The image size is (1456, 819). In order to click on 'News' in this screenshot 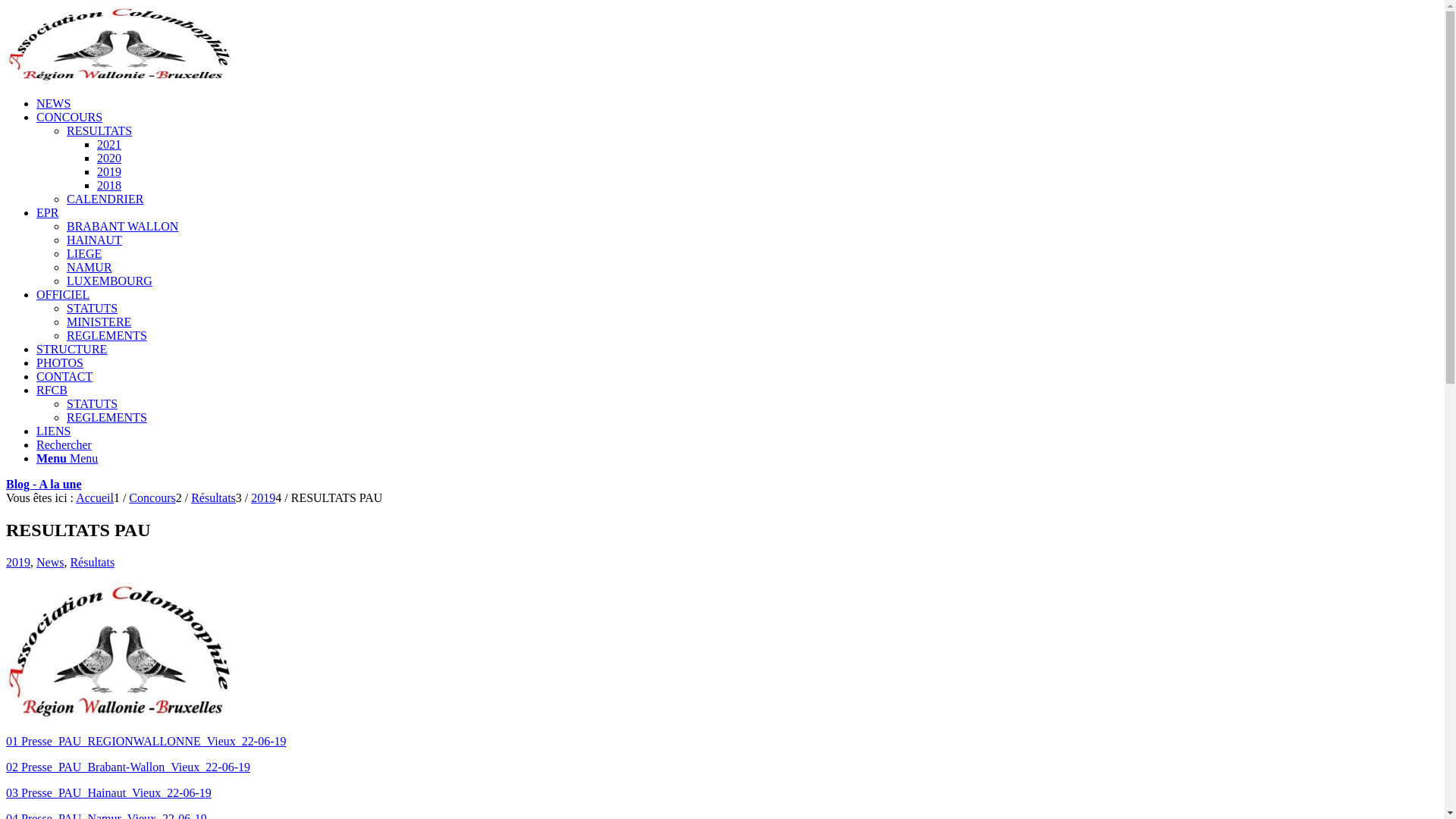, I will do `click(50, 562)`.